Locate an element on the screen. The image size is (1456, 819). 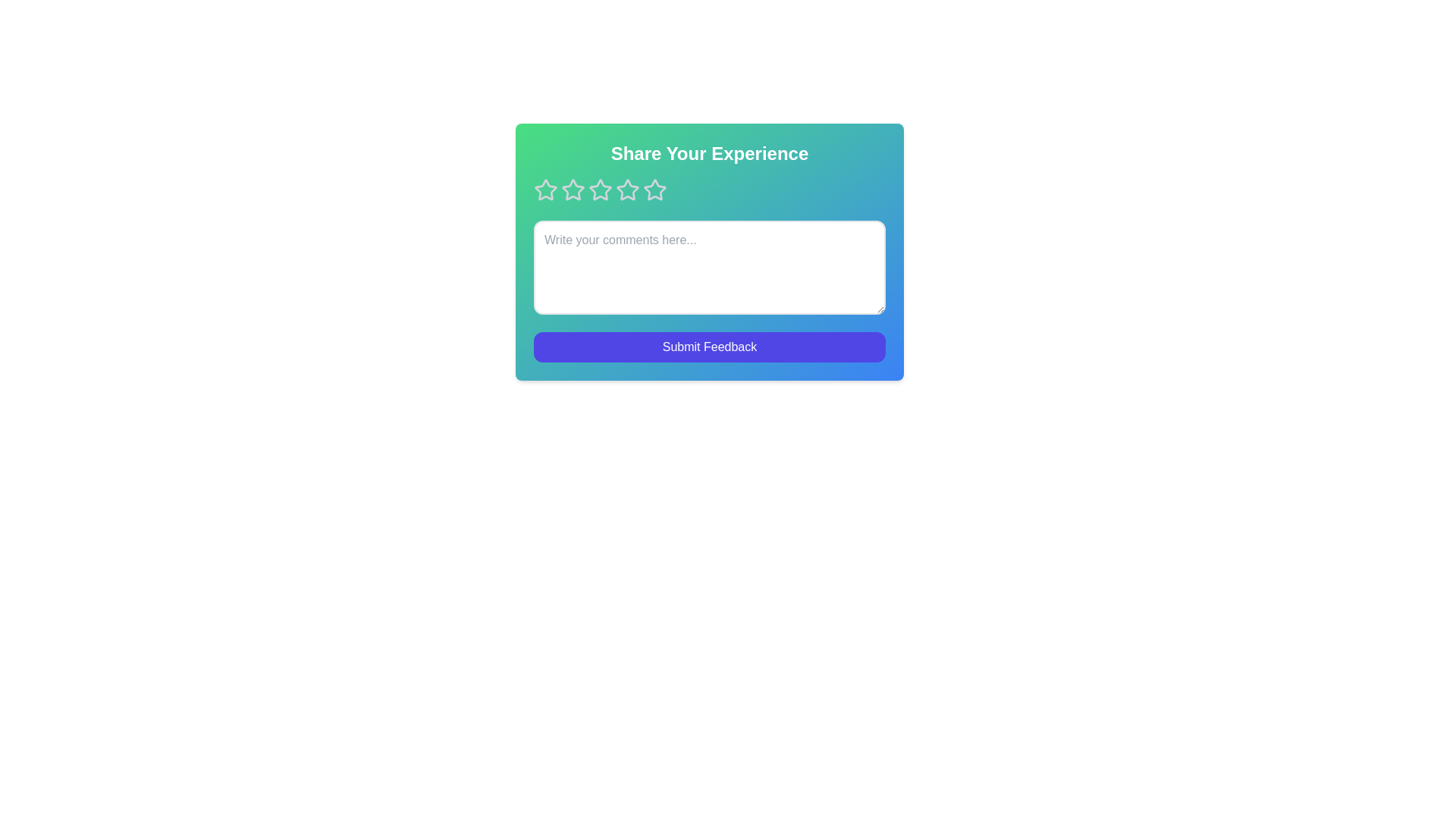
the 'Submit Feedback' button is located at coordinates (709, 347).